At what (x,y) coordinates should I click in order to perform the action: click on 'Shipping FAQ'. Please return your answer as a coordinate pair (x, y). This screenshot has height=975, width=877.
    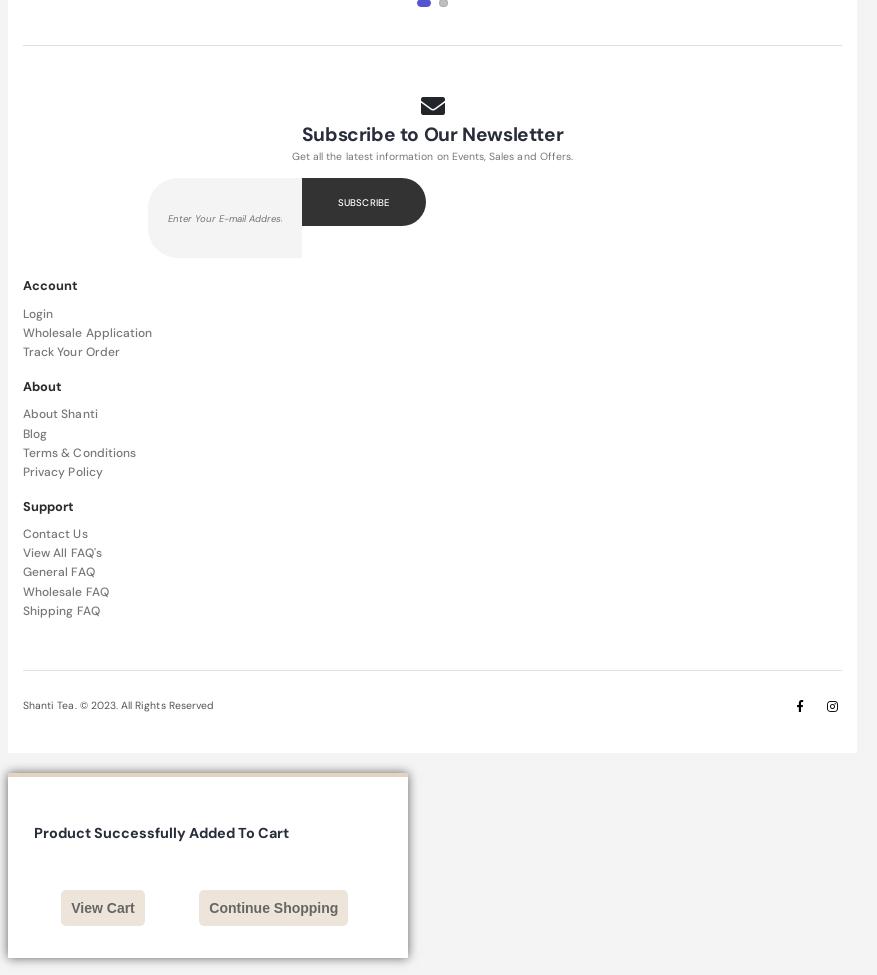
    Looking at the image, I should click on (21, 609).